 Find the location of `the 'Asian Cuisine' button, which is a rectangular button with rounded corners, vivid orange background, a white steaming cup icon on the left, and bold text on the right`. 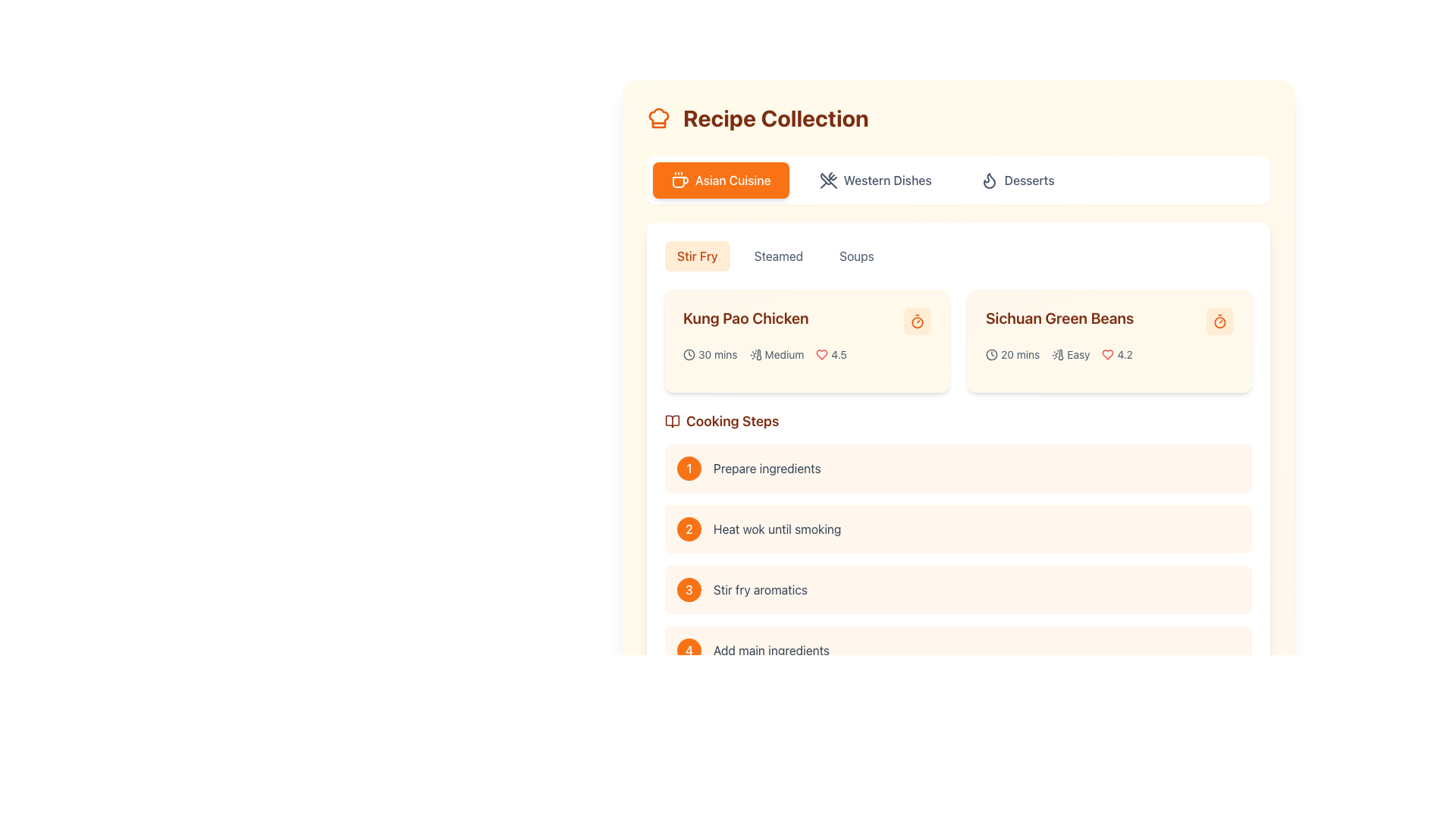

the 'Asian Cuisine' button, which is a rectangular button with rounded corners, vivid orange background, a white steaming cup icon on the left, and bold text on the right is located at coordinates (720, 180).